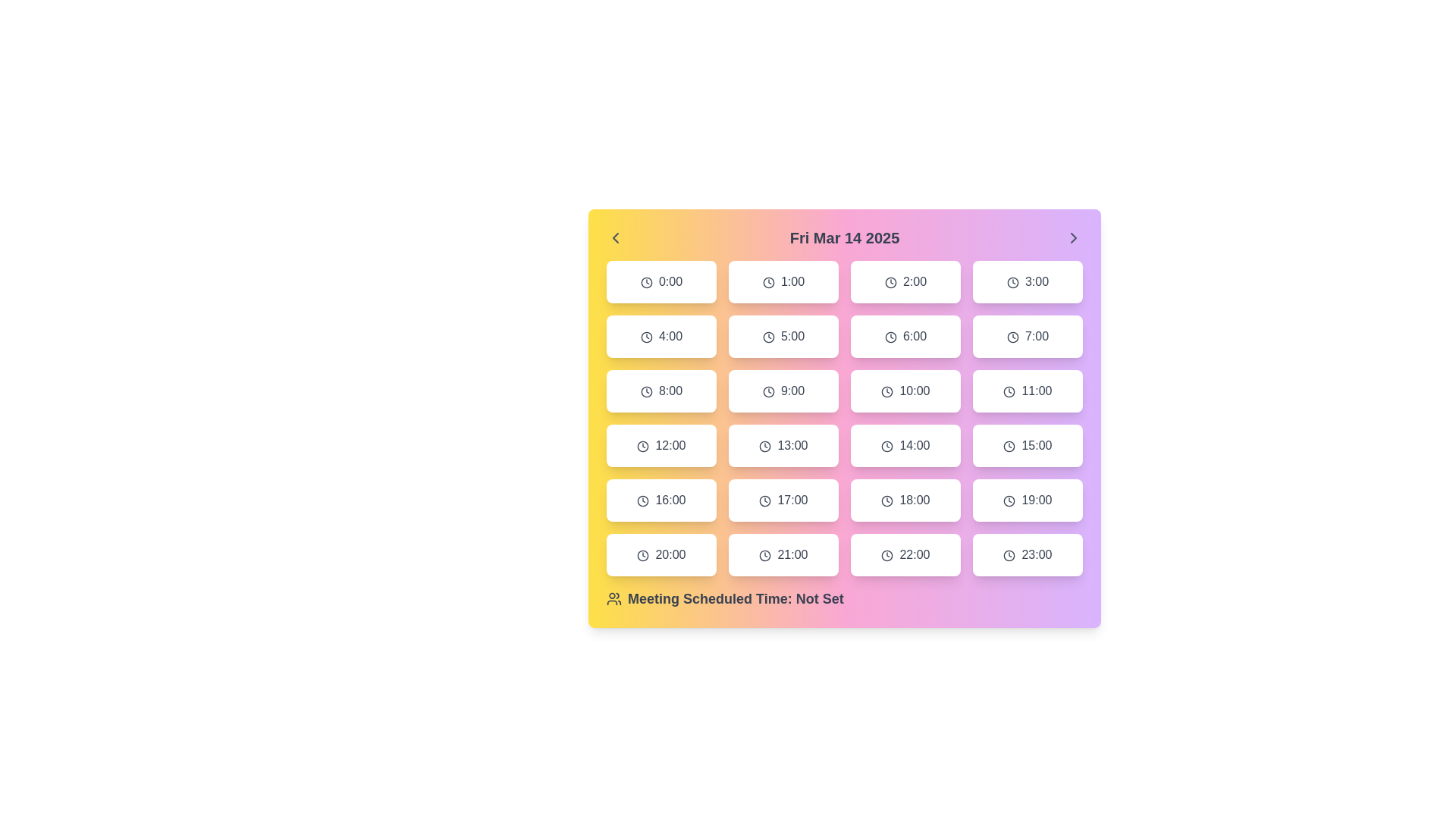 This screenshot has width=1456, height=819. What do you see at coordinates (887, 555) in the screenshot?
I see `the circular shape within the clock icon located next to the '22:00' time label in the fifth row and fourth column of the time grid` at bounding box center [887, 555].